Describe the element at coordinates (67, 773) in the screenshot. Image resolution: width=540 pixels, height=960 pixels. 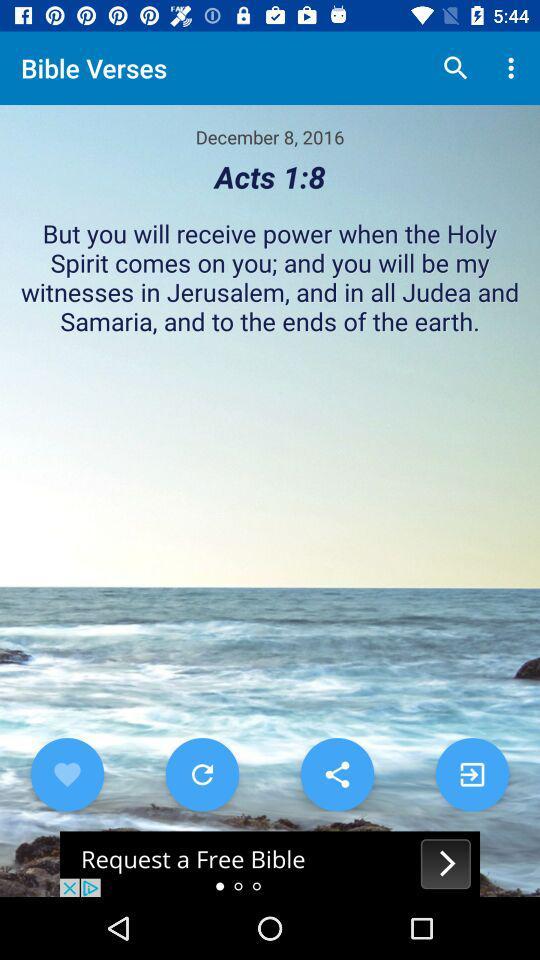
I see `to like` at that location.